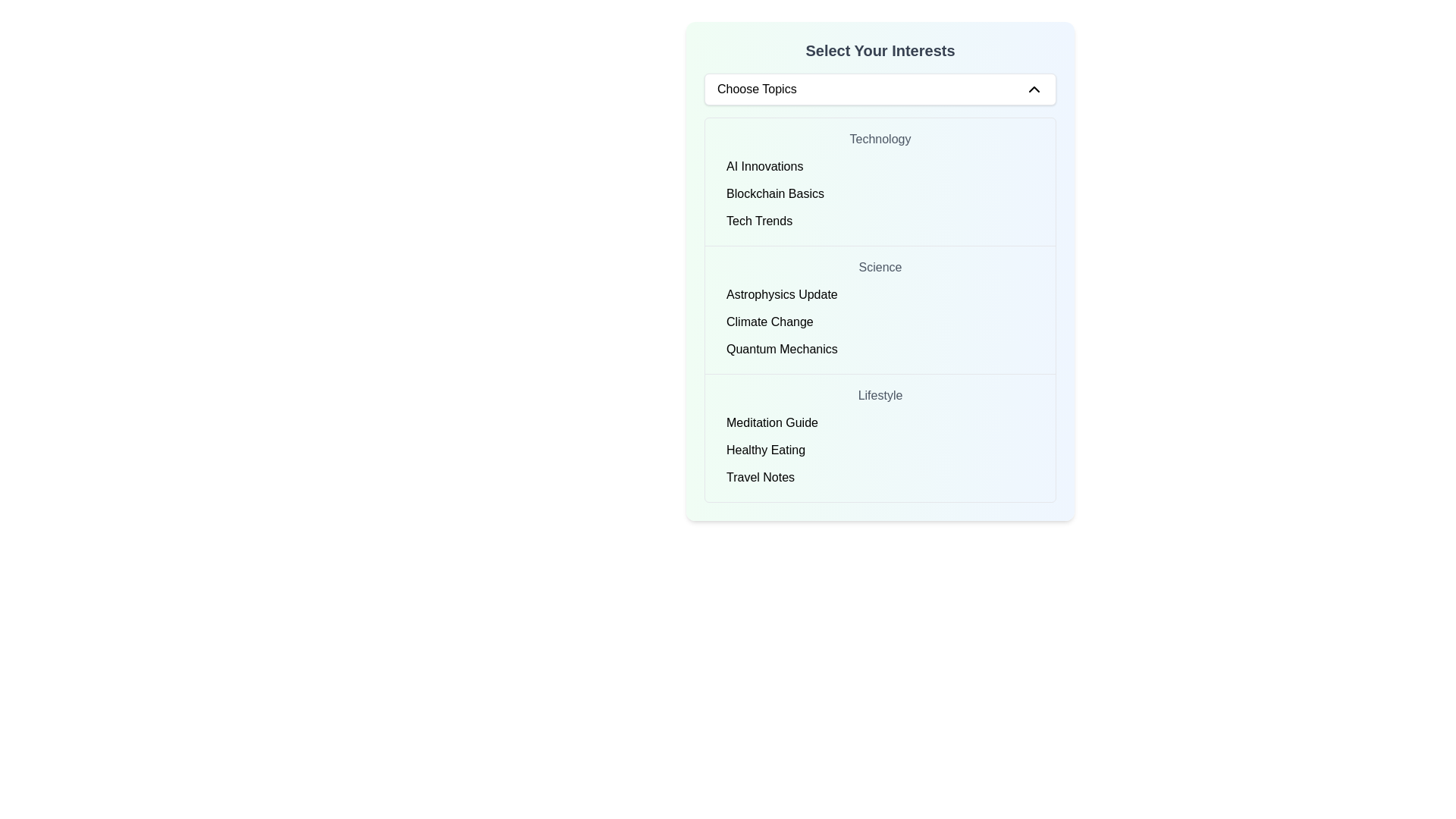  I want to click on the 'Travel Notes' entry, so click(761, 476).